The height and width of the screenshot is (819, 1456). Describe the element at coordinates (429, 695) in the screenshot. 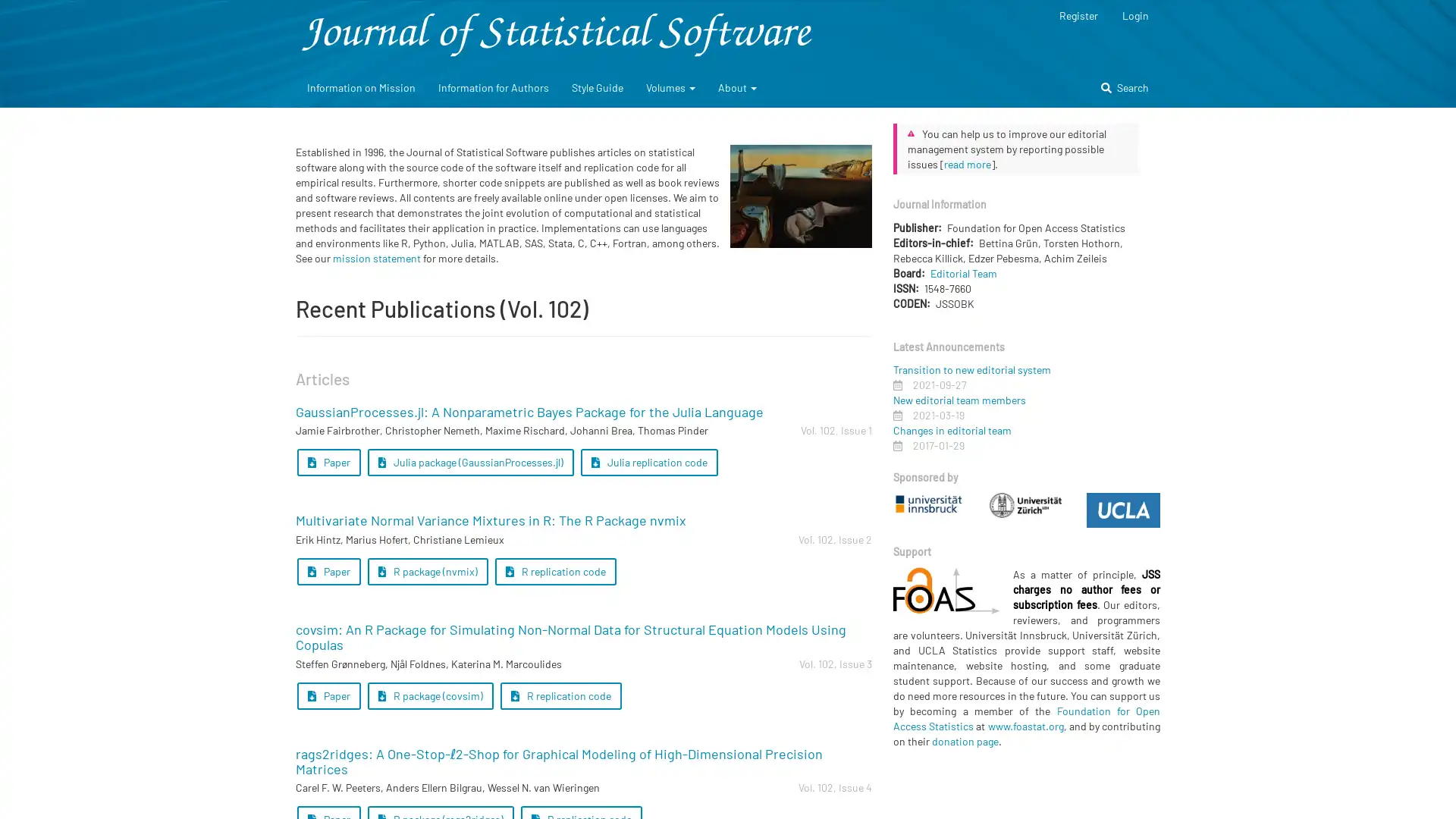

I see `R package (covsim)` at that location.